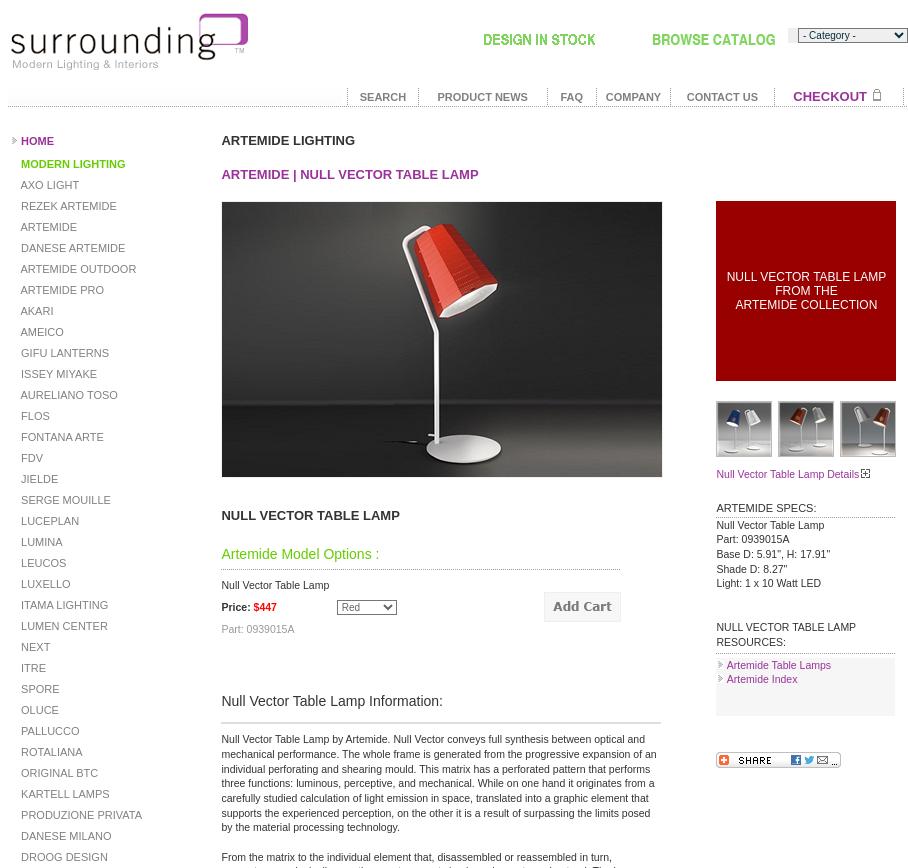 This screenshot has width=908, height=868. I want to click on 'AXO LIGHT', so click(16, 184).